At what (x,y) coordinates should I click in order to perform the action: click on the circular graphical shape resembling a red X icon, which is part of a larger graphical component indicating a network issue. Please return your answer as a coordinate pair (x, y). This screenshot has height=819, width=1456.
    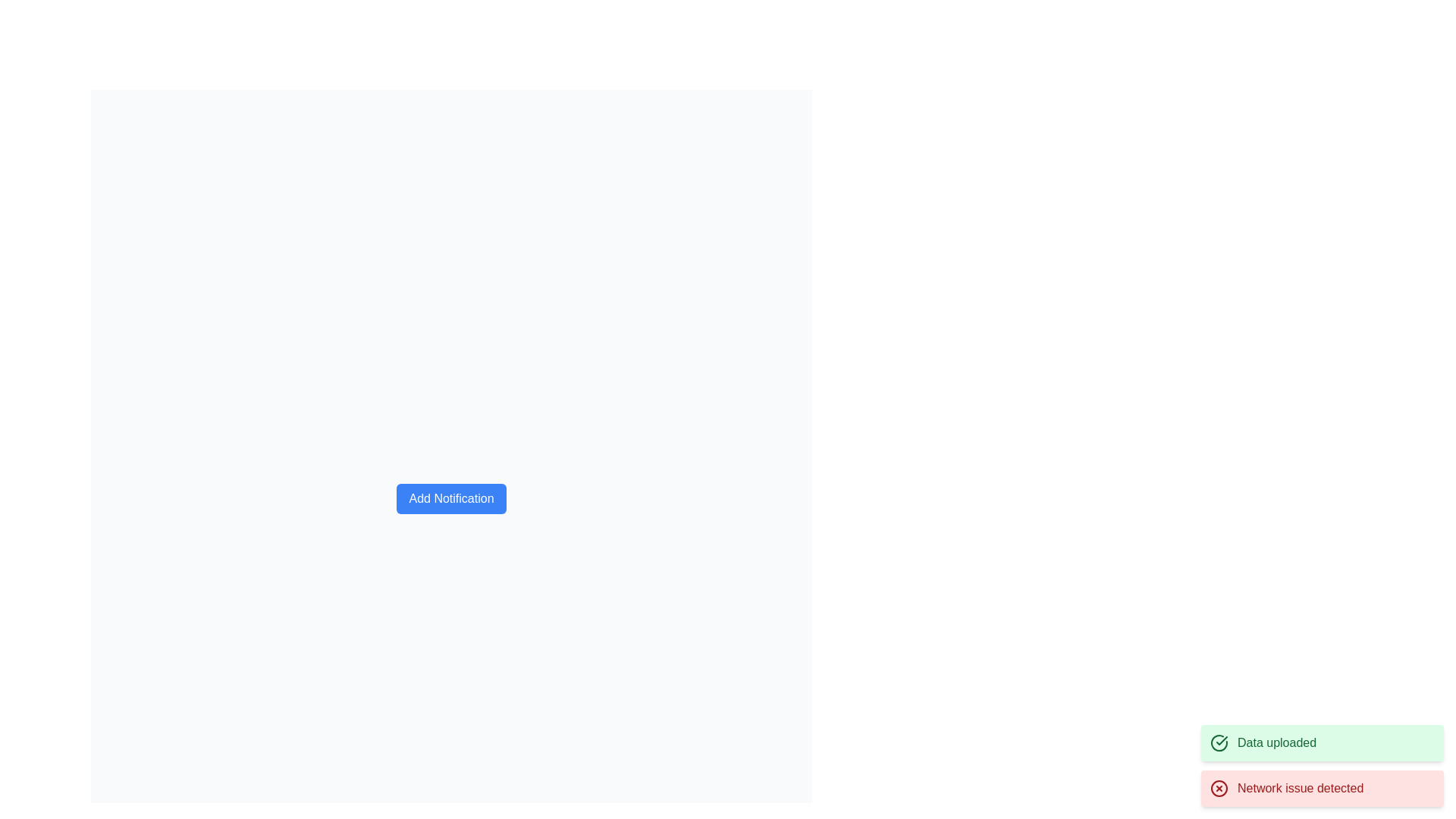
    Looking at the image, I should click on (1219, 788).